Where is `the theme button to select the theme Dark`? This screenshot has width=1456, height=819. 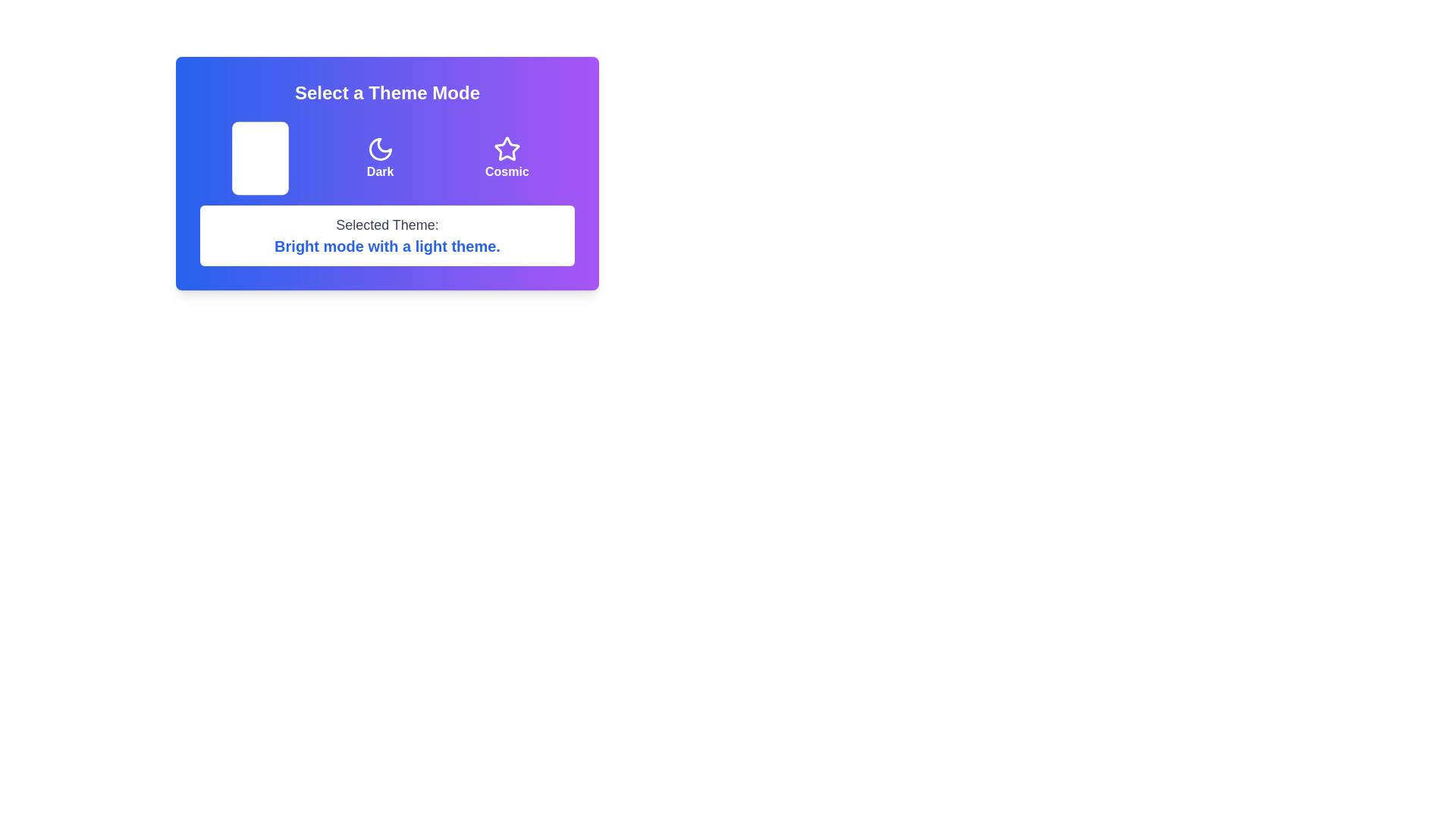
the theme button to select the theme Dark is located at coordinates (380, 158).